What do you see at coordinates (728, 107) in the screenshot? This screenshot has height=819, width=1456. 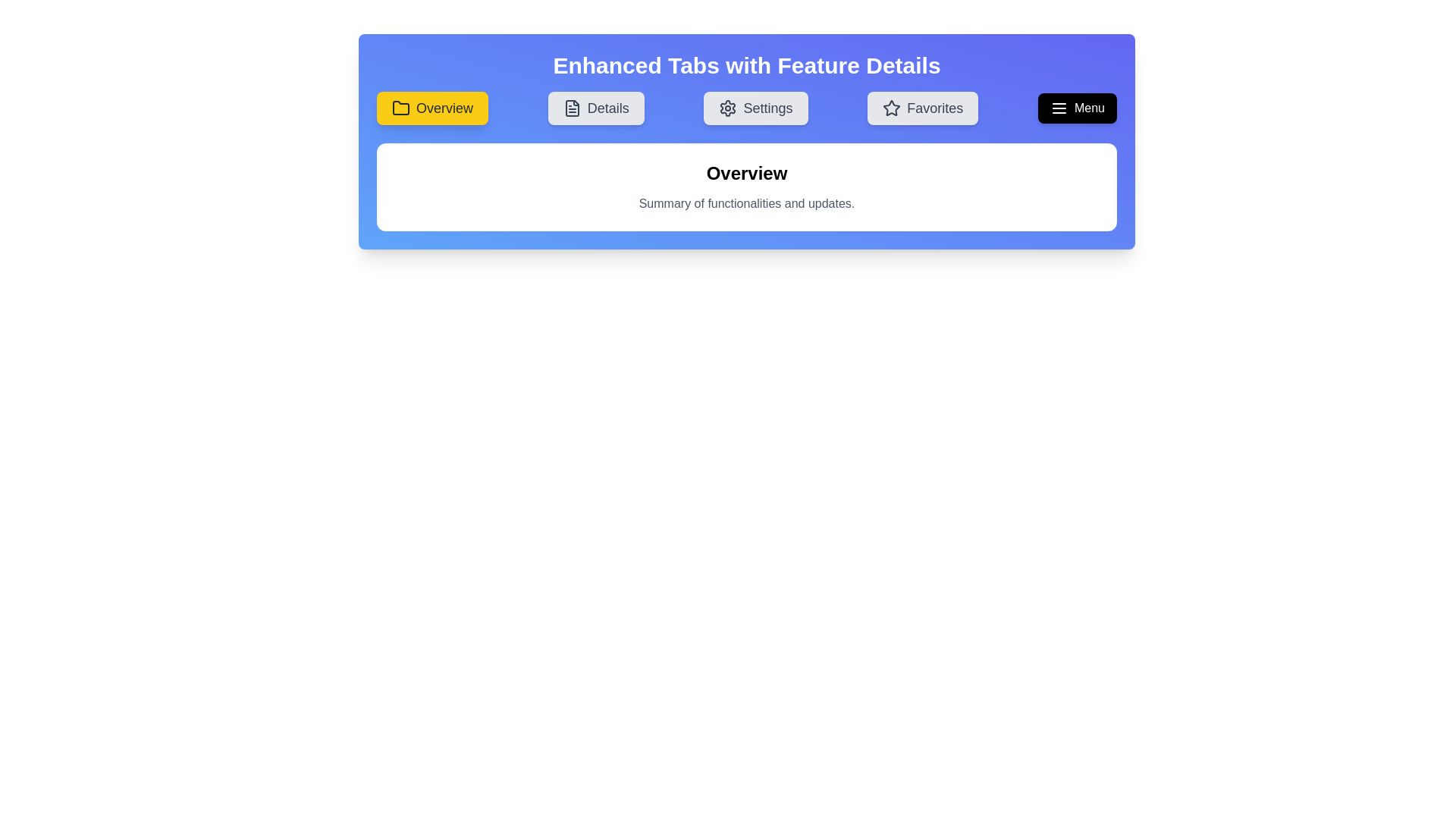 I see `the 'Settings' tab button, which contains a gray gear icon` at bounding box center [728, 107].